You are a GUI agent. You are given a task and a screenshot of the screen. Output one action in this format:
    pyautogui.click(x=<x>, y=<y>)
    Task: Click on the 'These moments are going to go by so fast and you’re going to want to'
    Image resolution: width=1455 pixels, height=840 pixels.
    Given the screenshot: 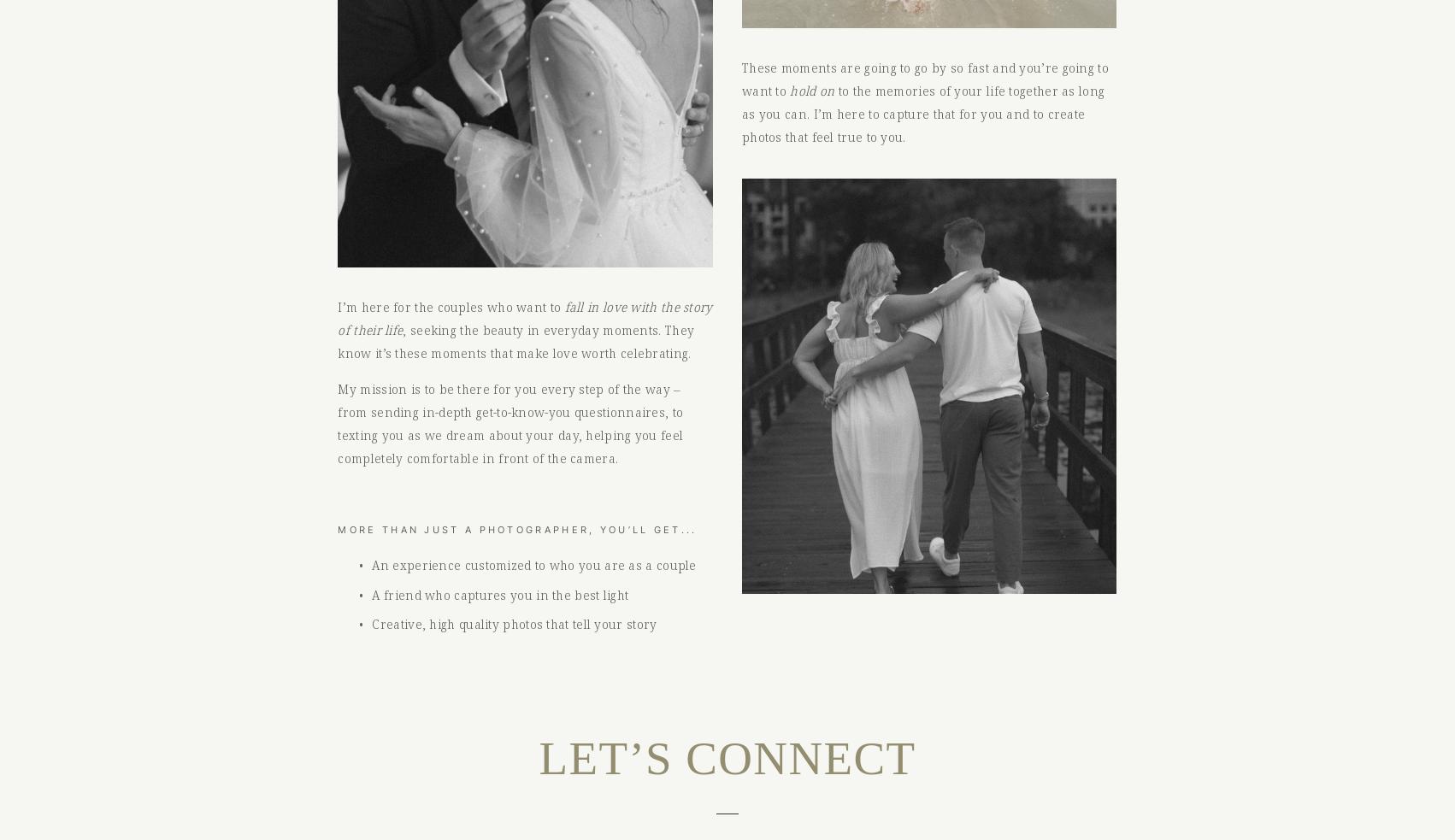 What is the action you would take?
    pyautogui.click(x=926, y=79)
    